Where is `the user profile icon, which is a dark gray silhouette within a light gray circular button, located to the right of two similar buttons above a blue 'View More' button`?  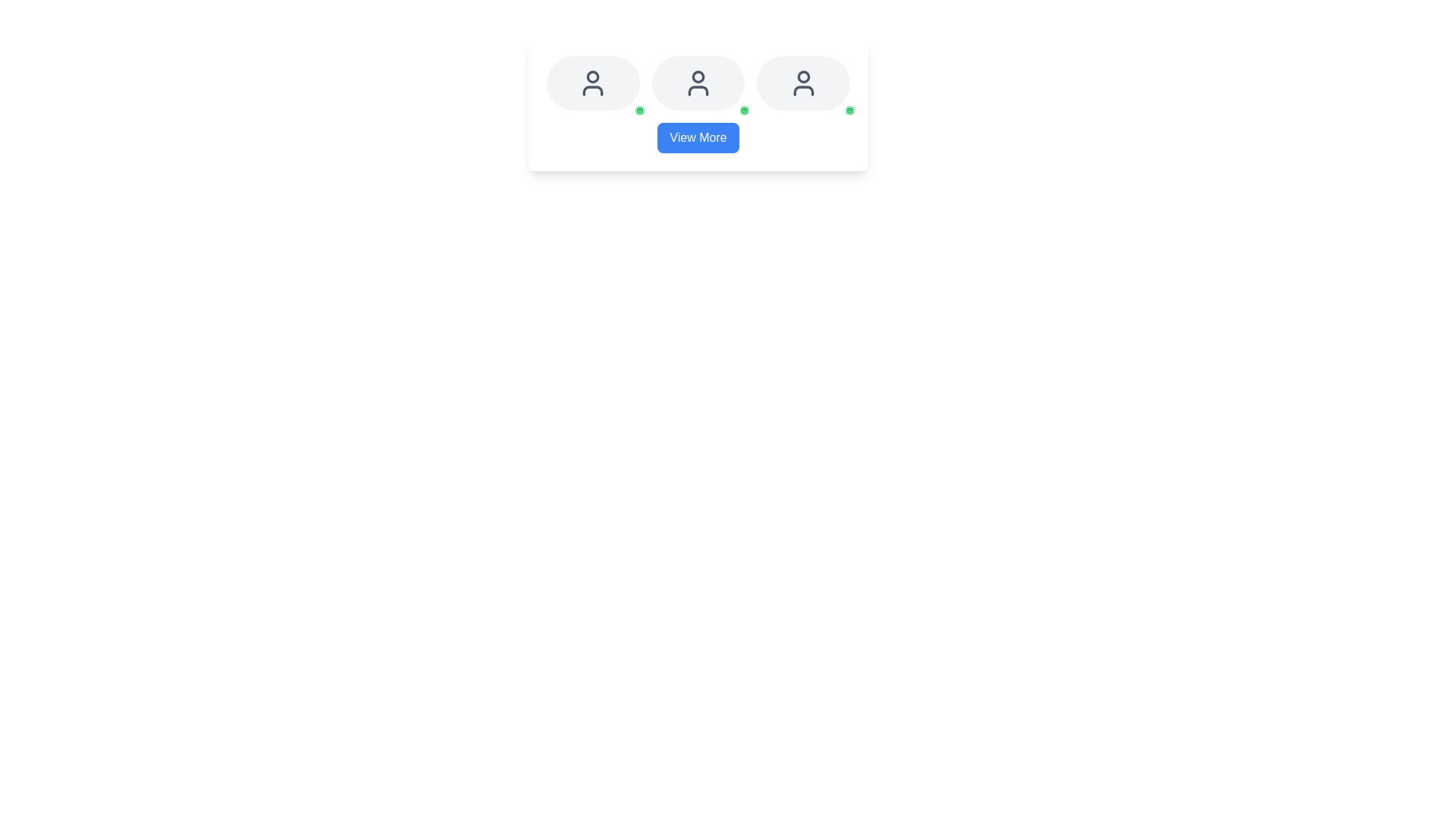
the user profile icon, which is a dark gray silhouette within a light gray circular button, located to the right of two similar buttons above a blue 'View More' button is located at coordinates (802, 83).